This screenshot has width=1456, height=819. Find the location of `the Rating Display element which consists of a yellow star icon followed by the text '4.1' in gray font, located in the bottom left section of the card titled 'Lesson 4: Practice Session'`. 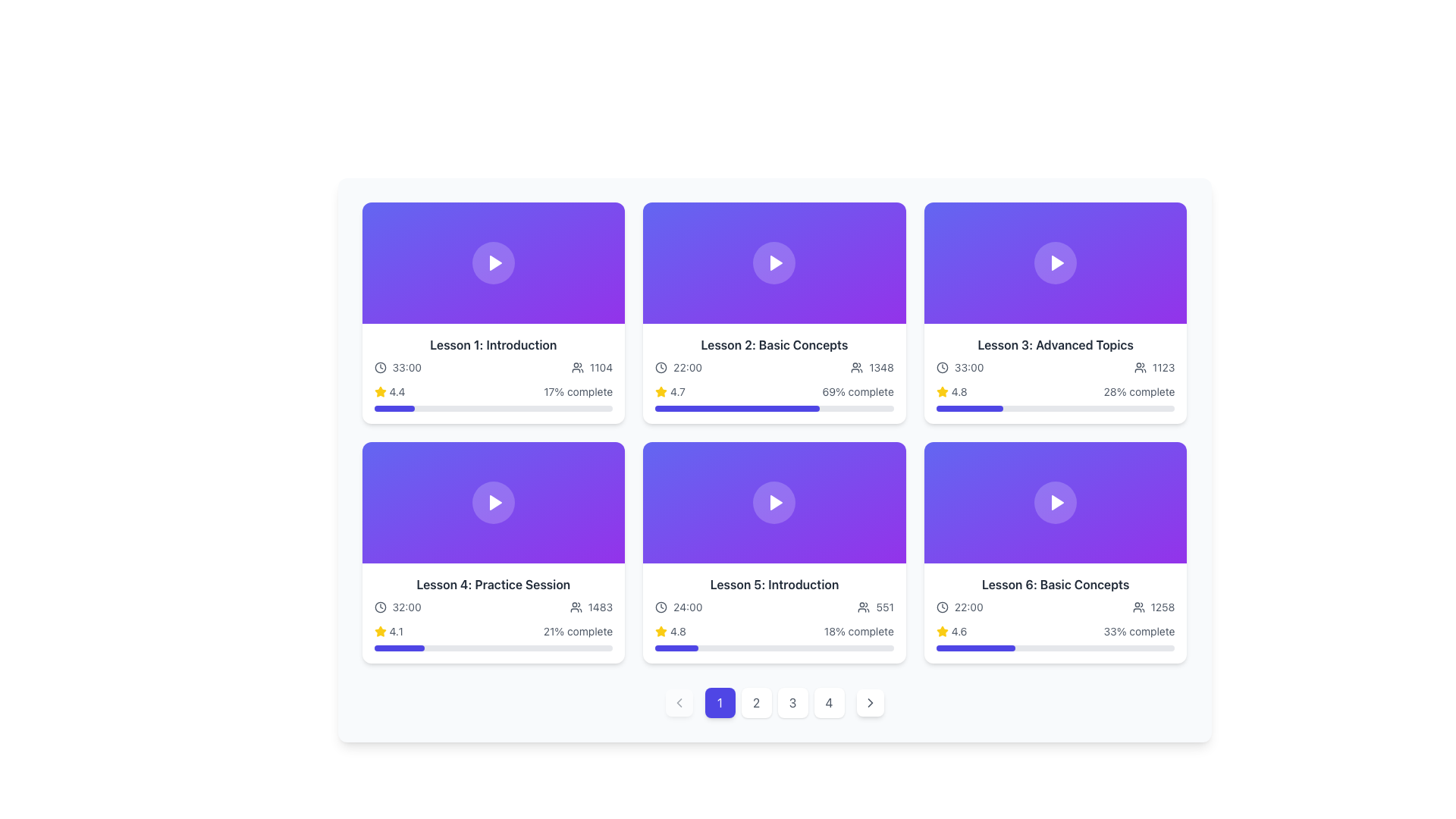

the Rating Display element which consists of a yellow star icon followed by the text '4.1' in gray font, located in the bottom left section of the card titled 'Lesson 4: Practice Session' is located at coordinates (388, 632).